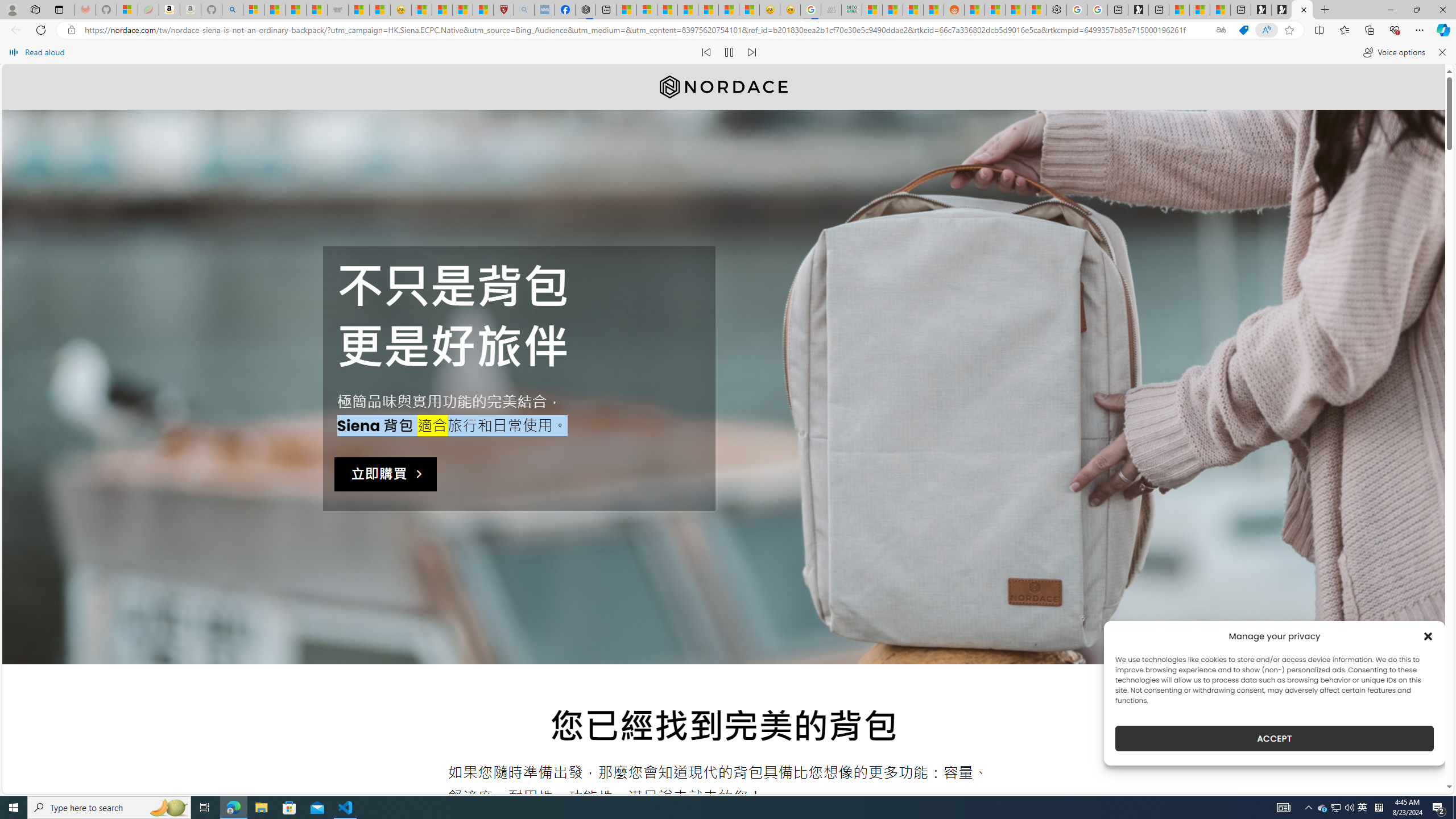 This screenshot has width=1456, height=819. Describe the element at coordinates (127, 9) in the screenshot. I see `'Microsoft-Report a Concern to Bing'` at that location.